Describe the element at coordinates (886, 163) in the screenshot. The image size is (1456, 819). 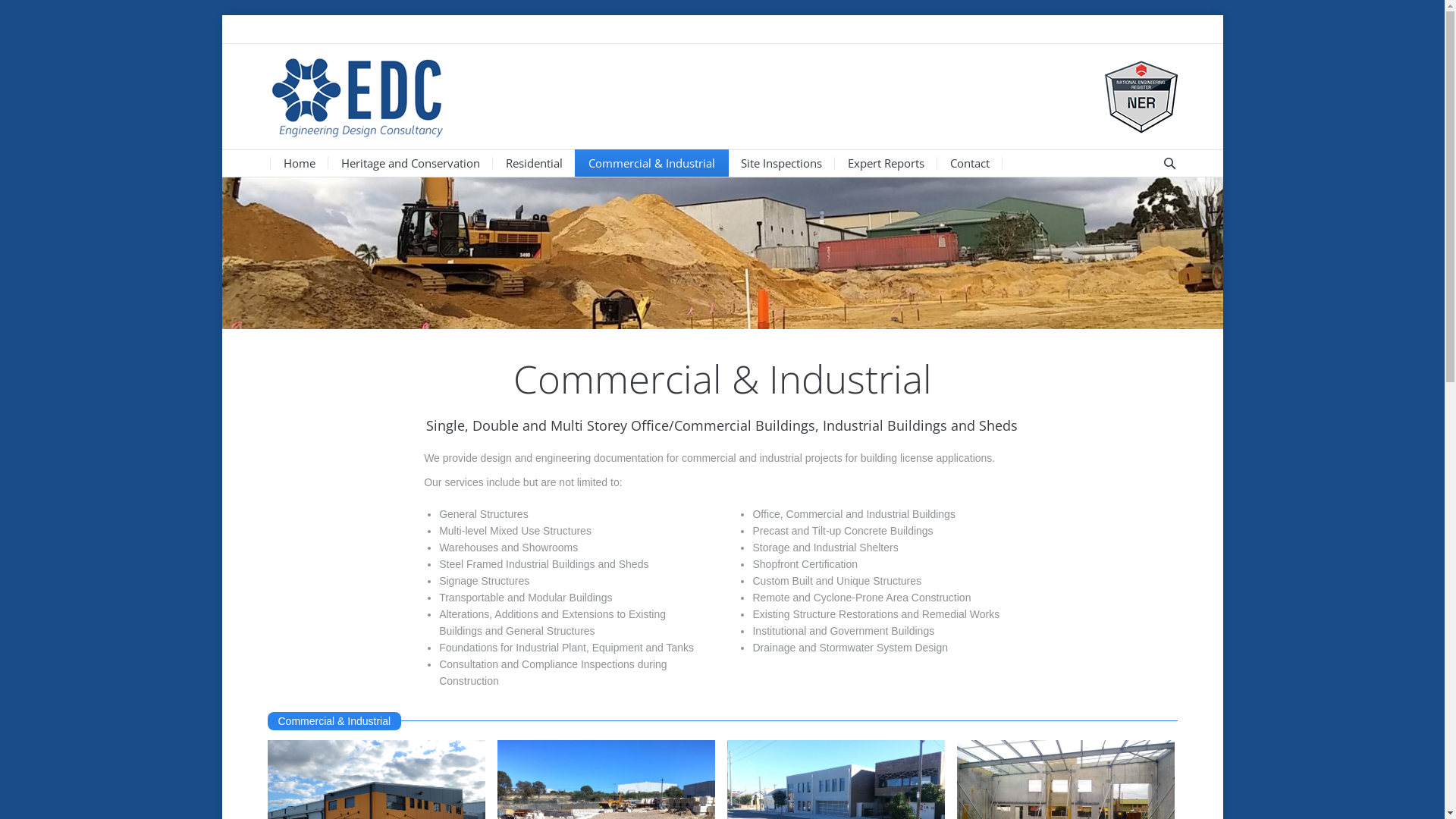
I see `'Expert Reports'` at that location.